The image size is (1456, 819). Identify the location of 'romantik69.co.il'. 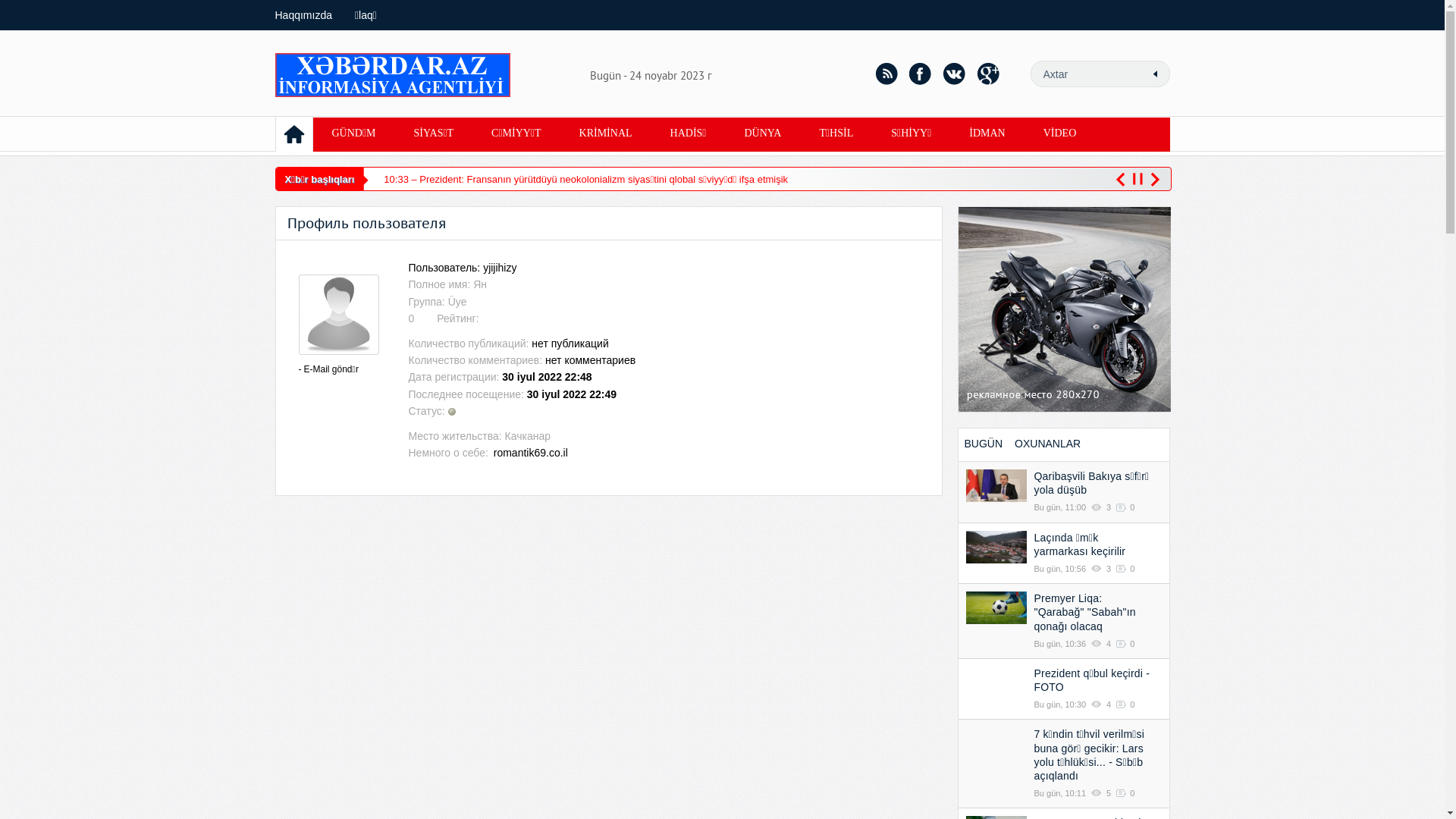
(529, 452).